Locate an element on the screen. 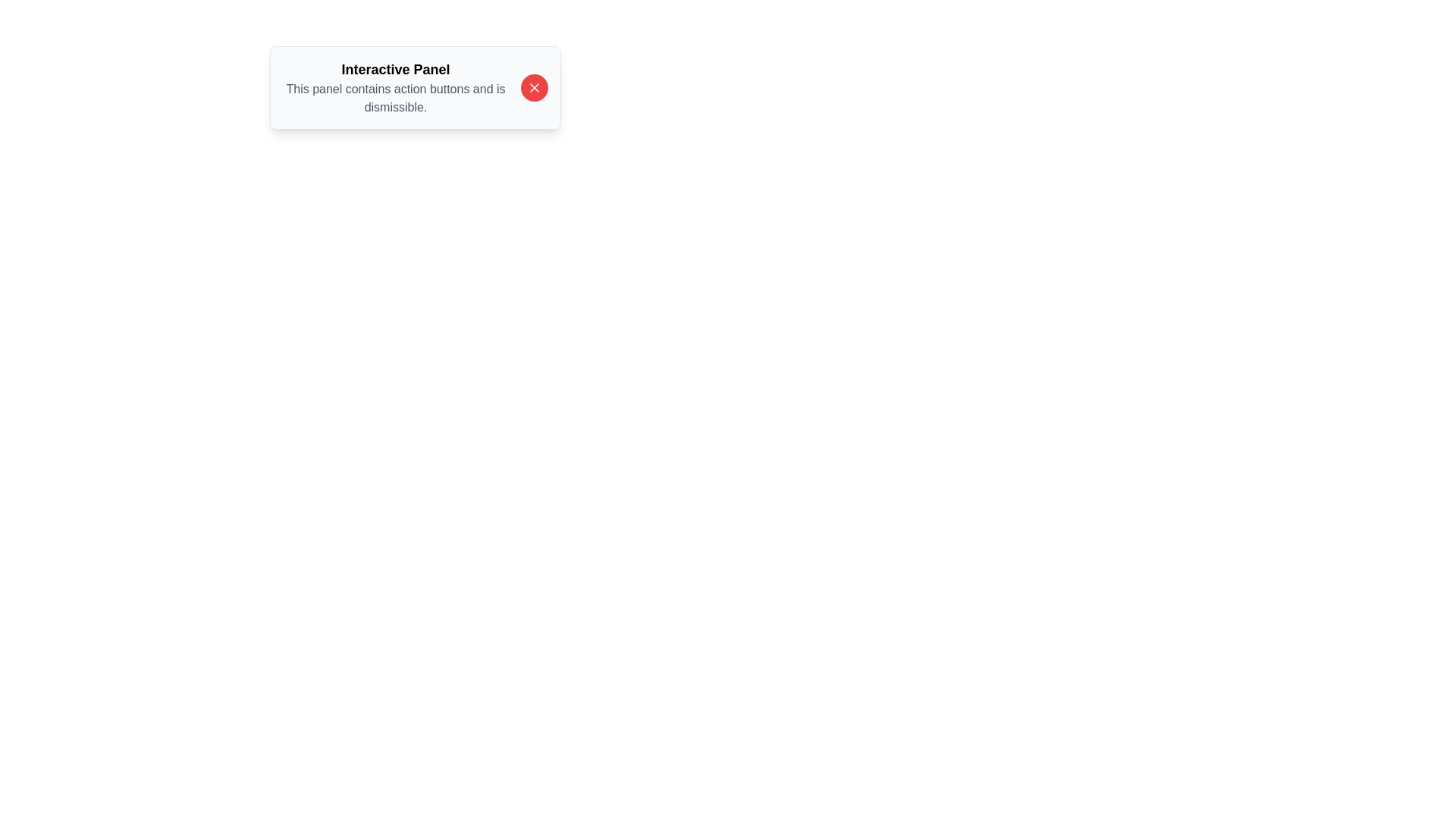  the circular red button with a white 'X' icon, located on the far right of the interactive header panel, to trigger its hover styling change is located at coordinates (535, 87).